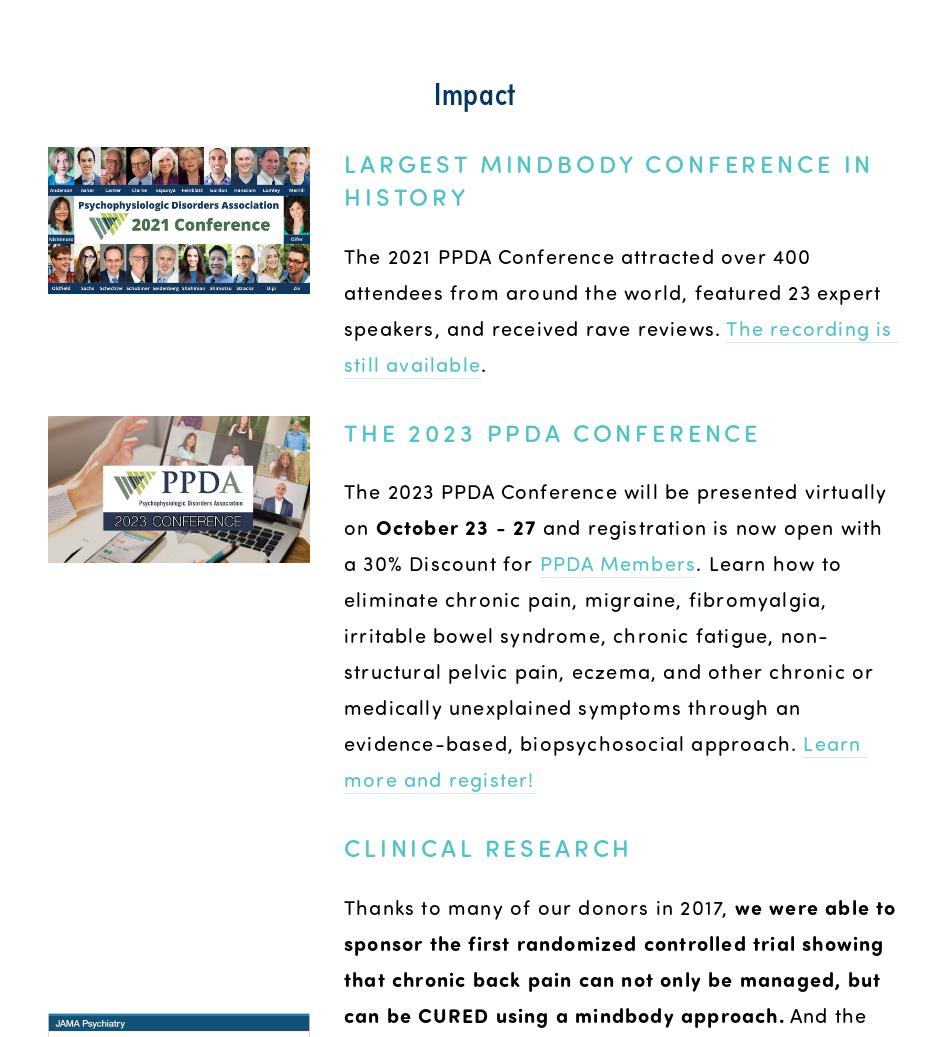 Image resolution: width=950 pixels, height=1037 pixels. I want to click on 'largest mindbody conference in history', so click(613, 177).